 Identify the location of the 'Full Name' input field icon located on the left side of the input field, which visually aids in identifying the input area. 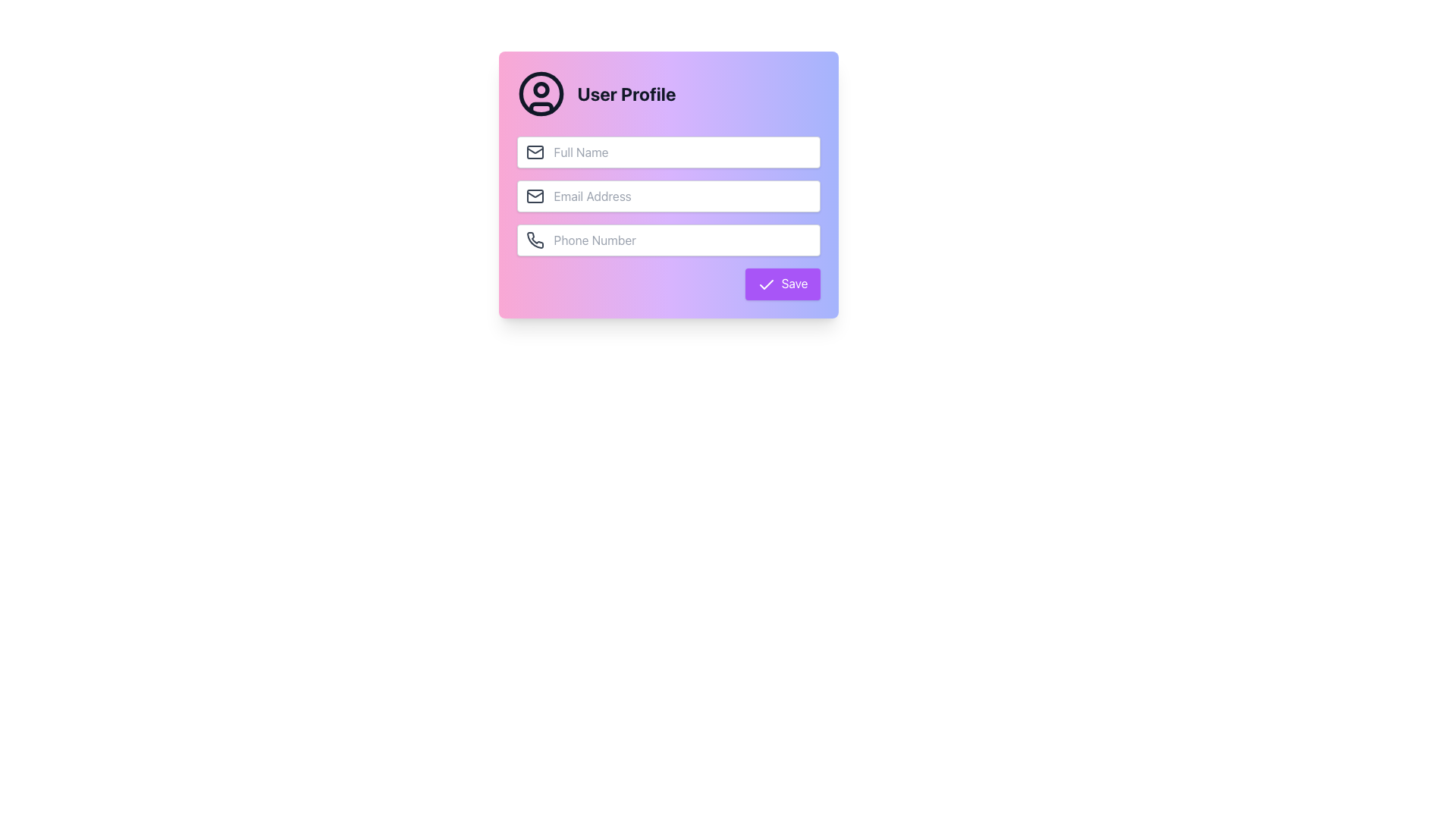
(535, 152).